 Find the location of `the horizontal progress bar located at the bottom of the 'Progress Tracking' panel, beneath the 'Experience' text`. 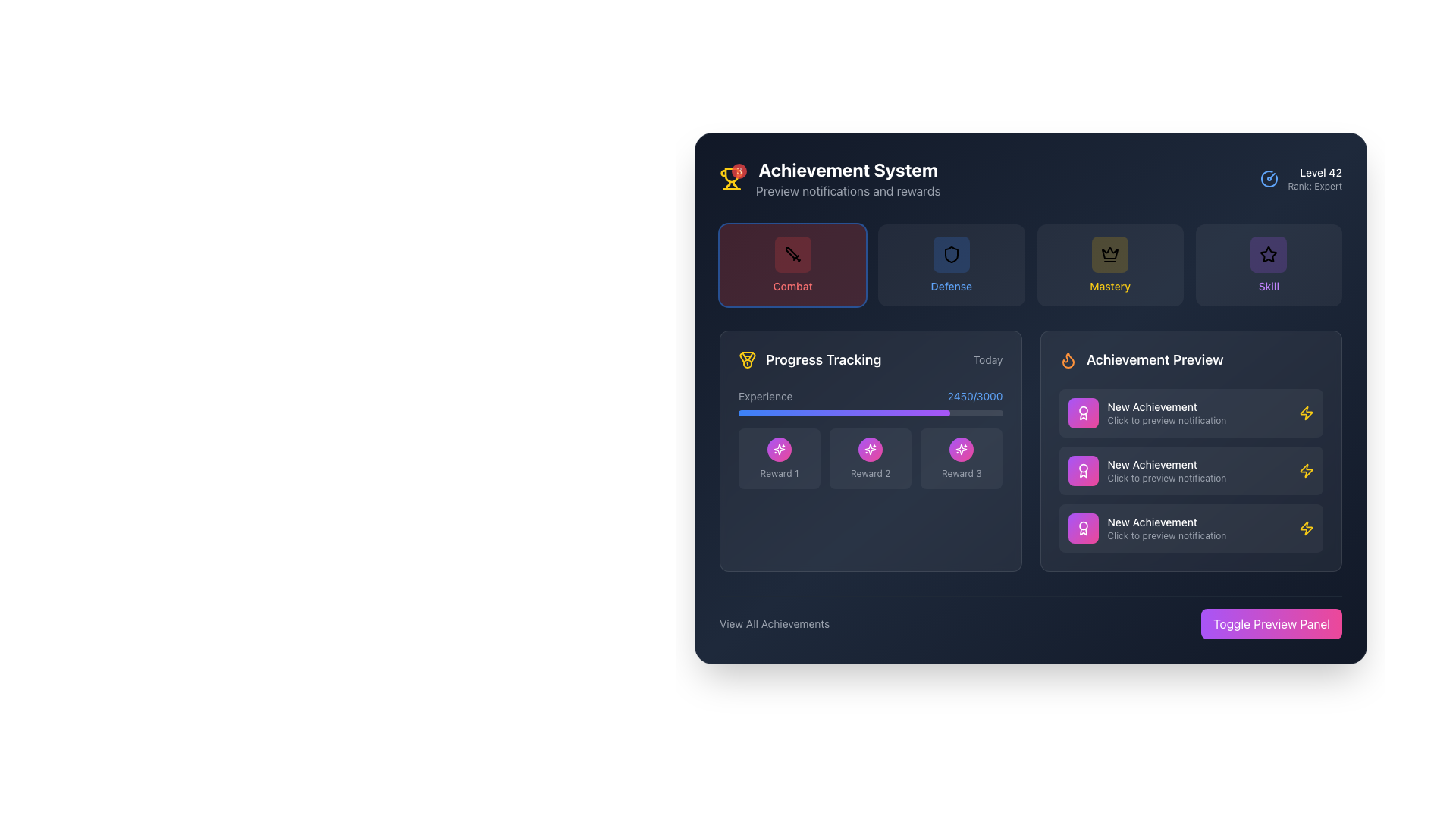

the horizontal progress bar located at the bottom of the 'Progress Tracking' panel, beneath the 'Experience' text is located at coordinates (871, 413).